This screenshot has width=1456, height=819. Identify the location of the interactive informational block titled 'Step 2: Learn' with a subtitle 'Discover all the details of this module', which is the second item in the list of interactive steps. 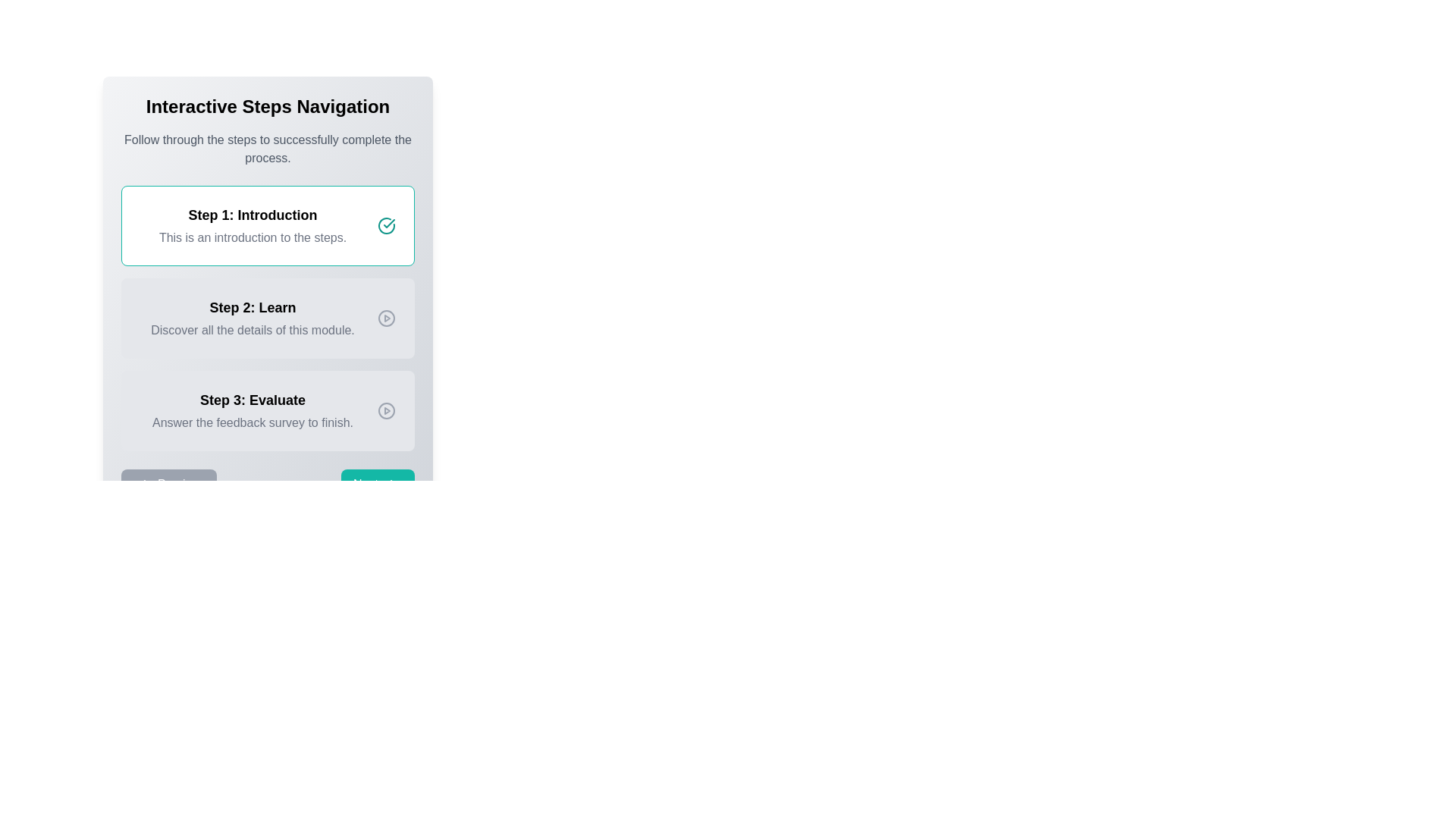
(268, 318).